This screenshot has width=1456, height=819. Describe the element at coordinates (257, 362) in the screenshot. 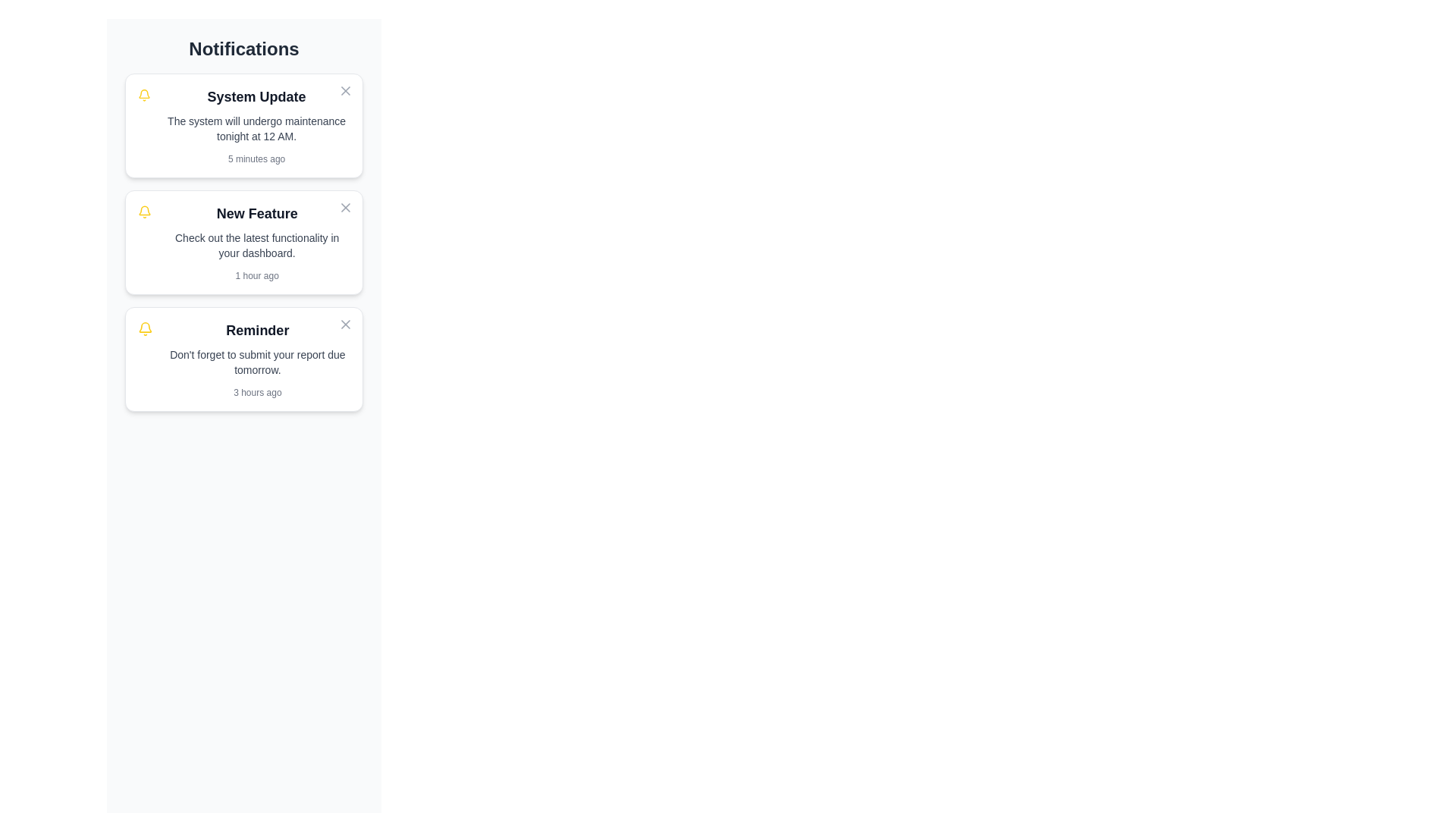

I see `the text notification that reads 'Don't forget to submit your report due tomorrow.' which is styled in a small-sized sans-serif font and located within the 'Reminder' notification card` at that location.